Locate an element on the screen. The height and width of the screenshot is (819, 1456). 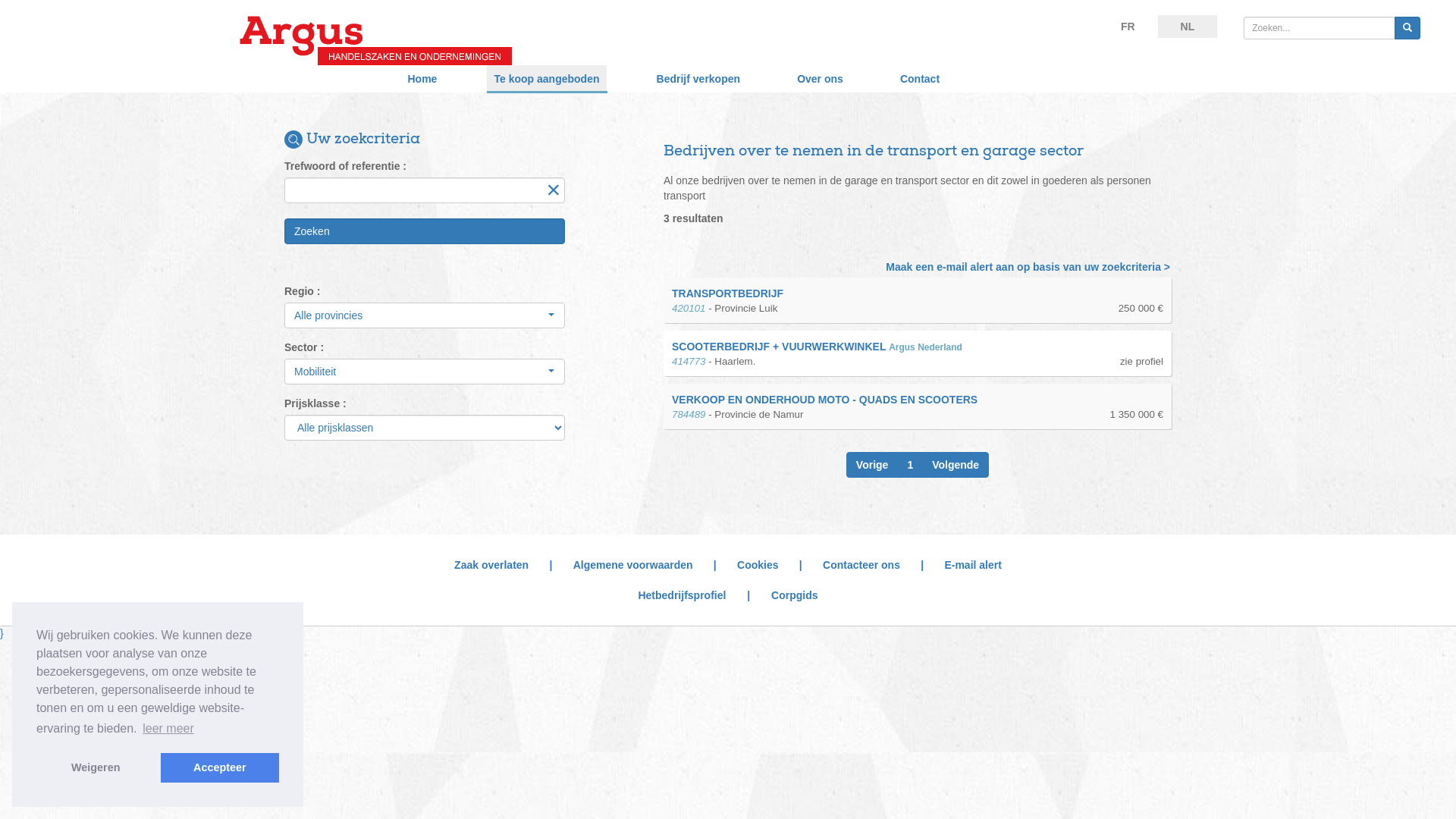
'FR' is located at coordinates (1128, 26).